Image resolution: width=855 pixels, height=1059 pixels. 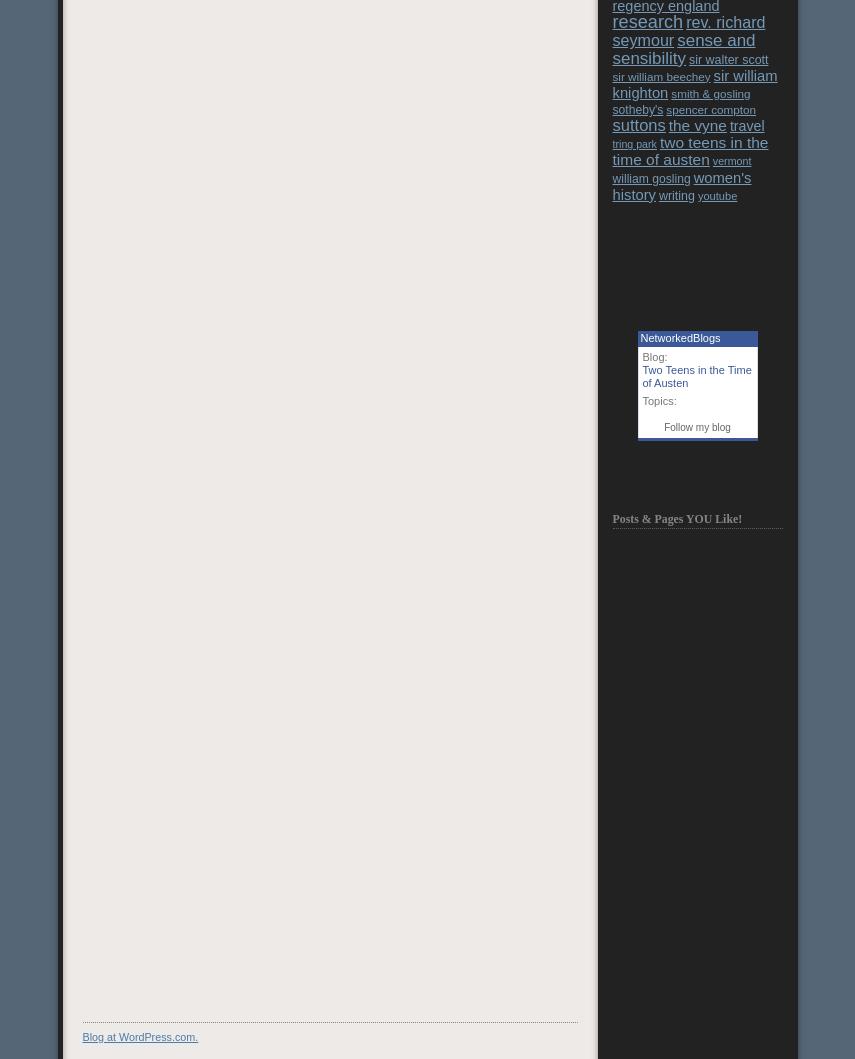 What do you see at coordinates (688, 31) in the screenshot?
I see `'rev. richard seymour'` at bounding box center [688, 31].